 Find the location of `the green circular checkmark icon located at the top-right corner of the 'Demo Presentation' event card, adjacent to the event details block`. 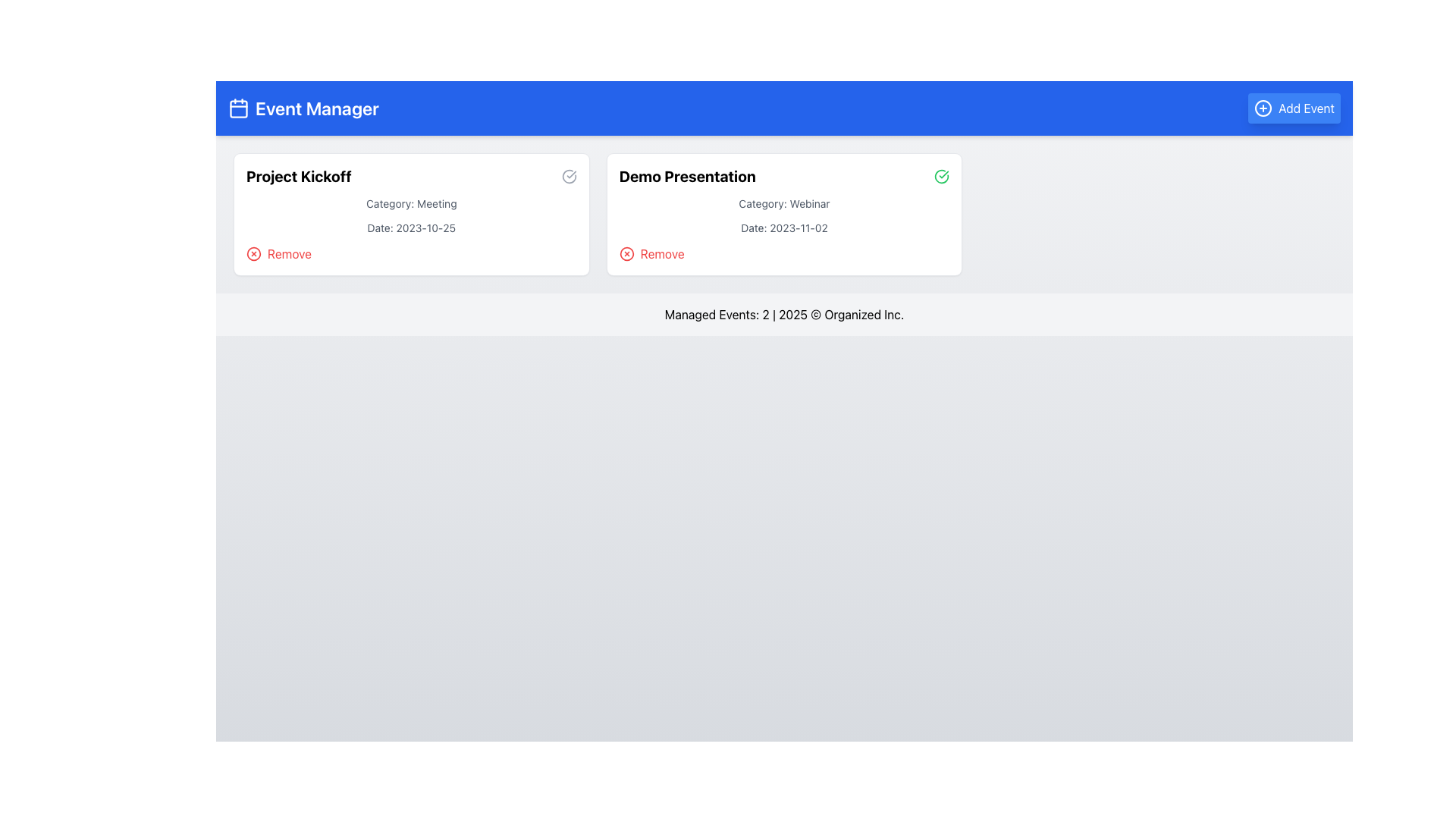

the green circular checkmark icon located at the top-right corner of the 'Demo Presentation' event card, adjacent to the event details block is located at coordinates (941, 175).